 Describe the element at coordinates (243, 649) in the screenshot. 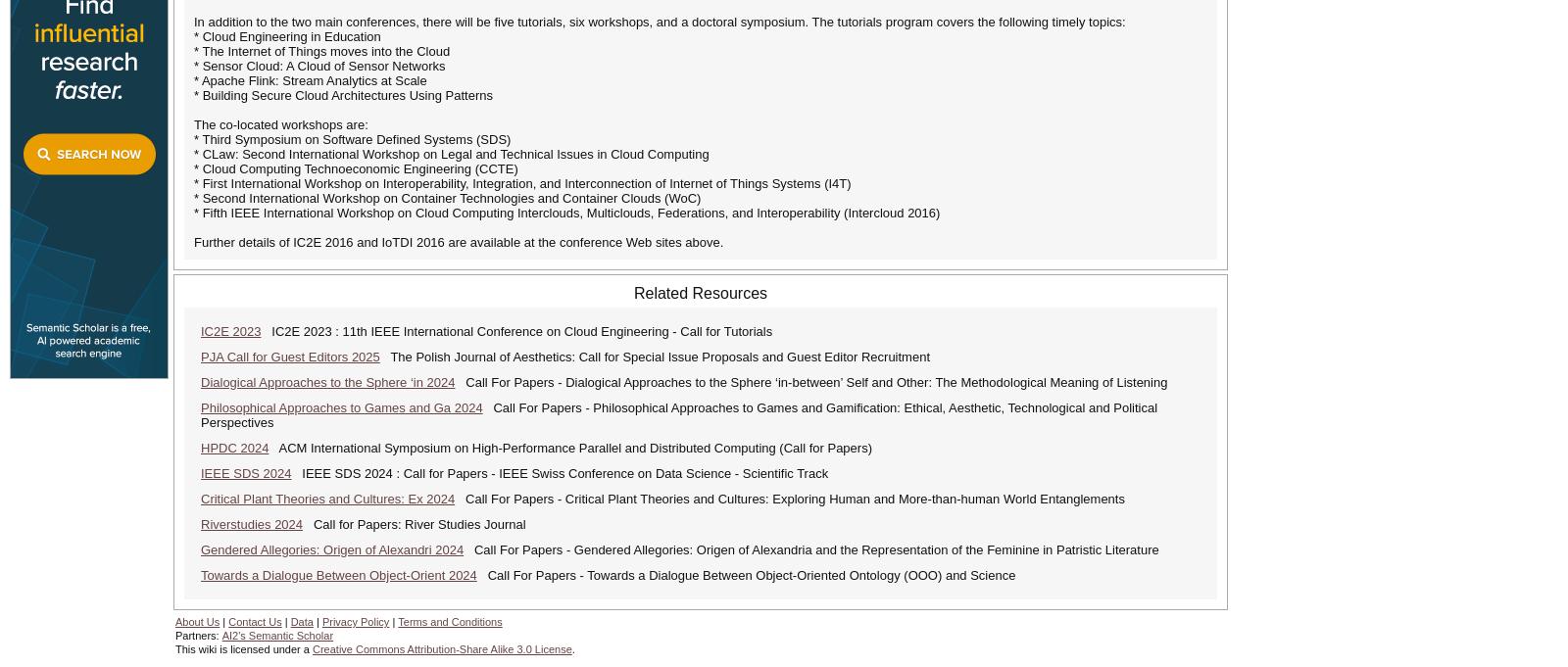

I see `'This wiki is licensed under a'` at that location.